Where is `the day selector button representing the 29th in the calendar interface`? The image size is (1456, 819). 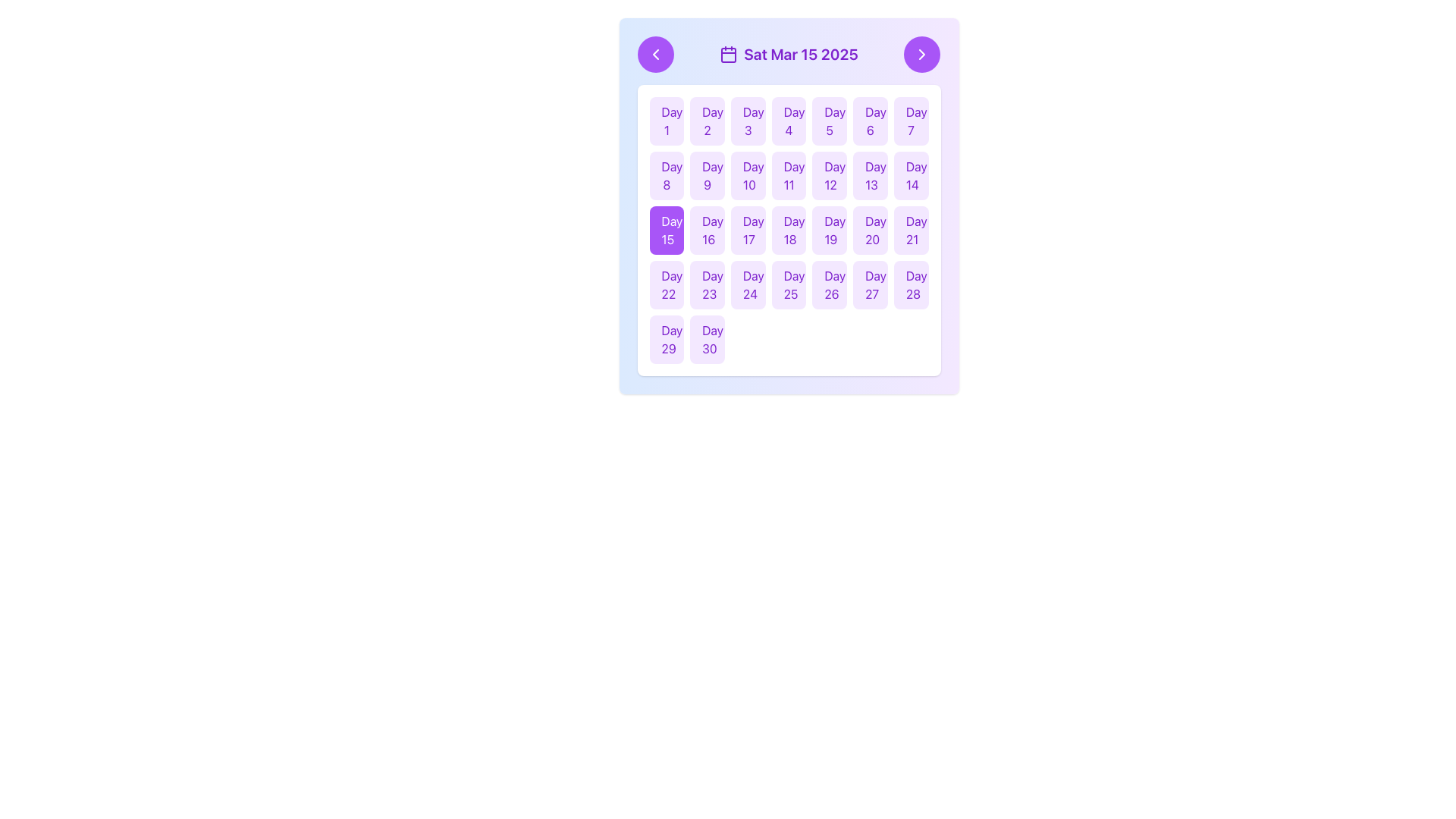 the day selector button representing the 29th in the calendar interface is located at coordinates (667, 338).